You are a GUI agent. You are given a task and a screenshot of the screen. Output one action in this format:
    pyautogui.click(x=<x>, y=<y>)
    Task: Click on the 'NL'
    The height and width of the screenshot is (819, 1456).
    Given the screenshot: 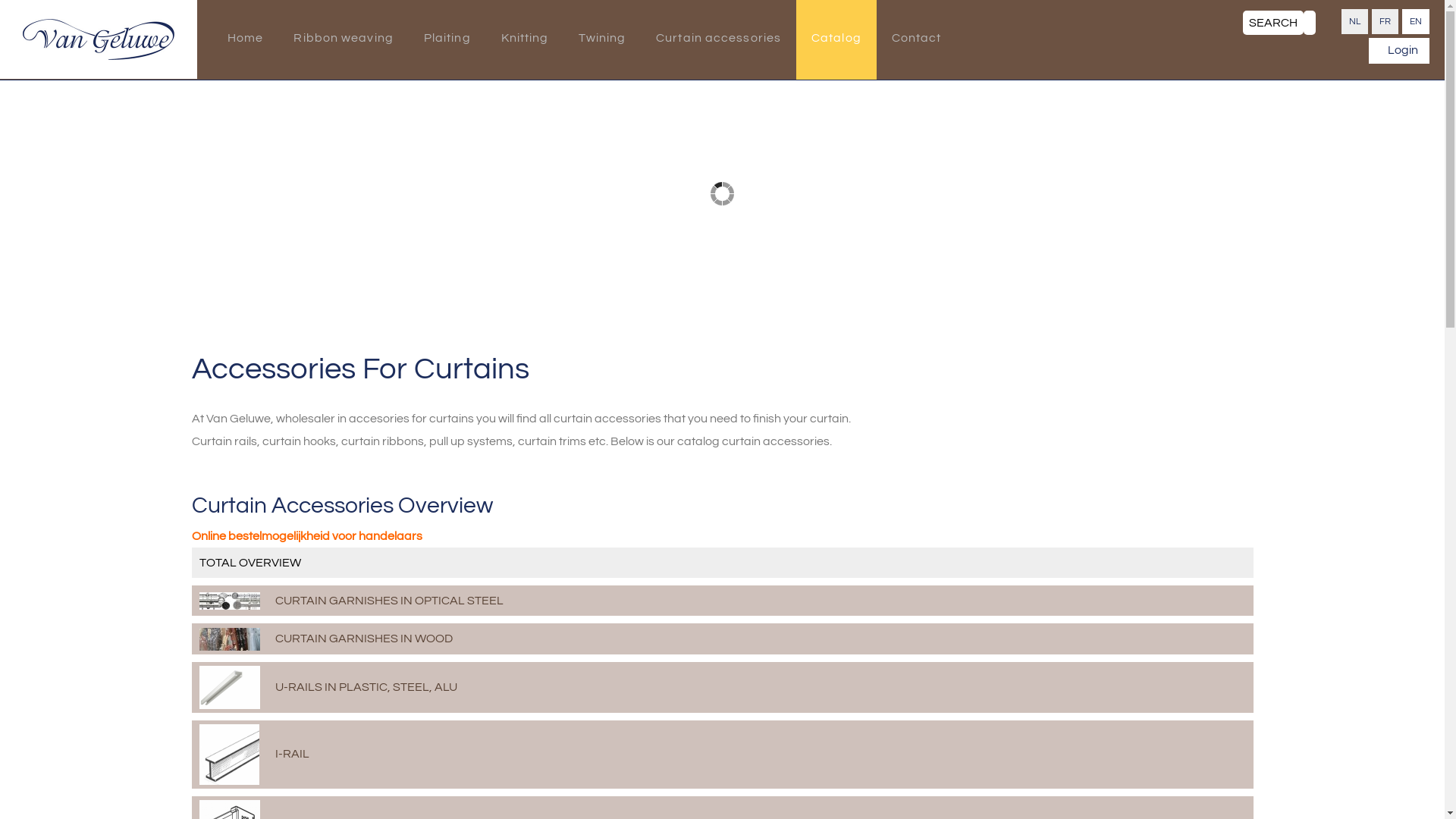 What is the action you would take?
    pyautogui.click(x=1354, y=21)
    